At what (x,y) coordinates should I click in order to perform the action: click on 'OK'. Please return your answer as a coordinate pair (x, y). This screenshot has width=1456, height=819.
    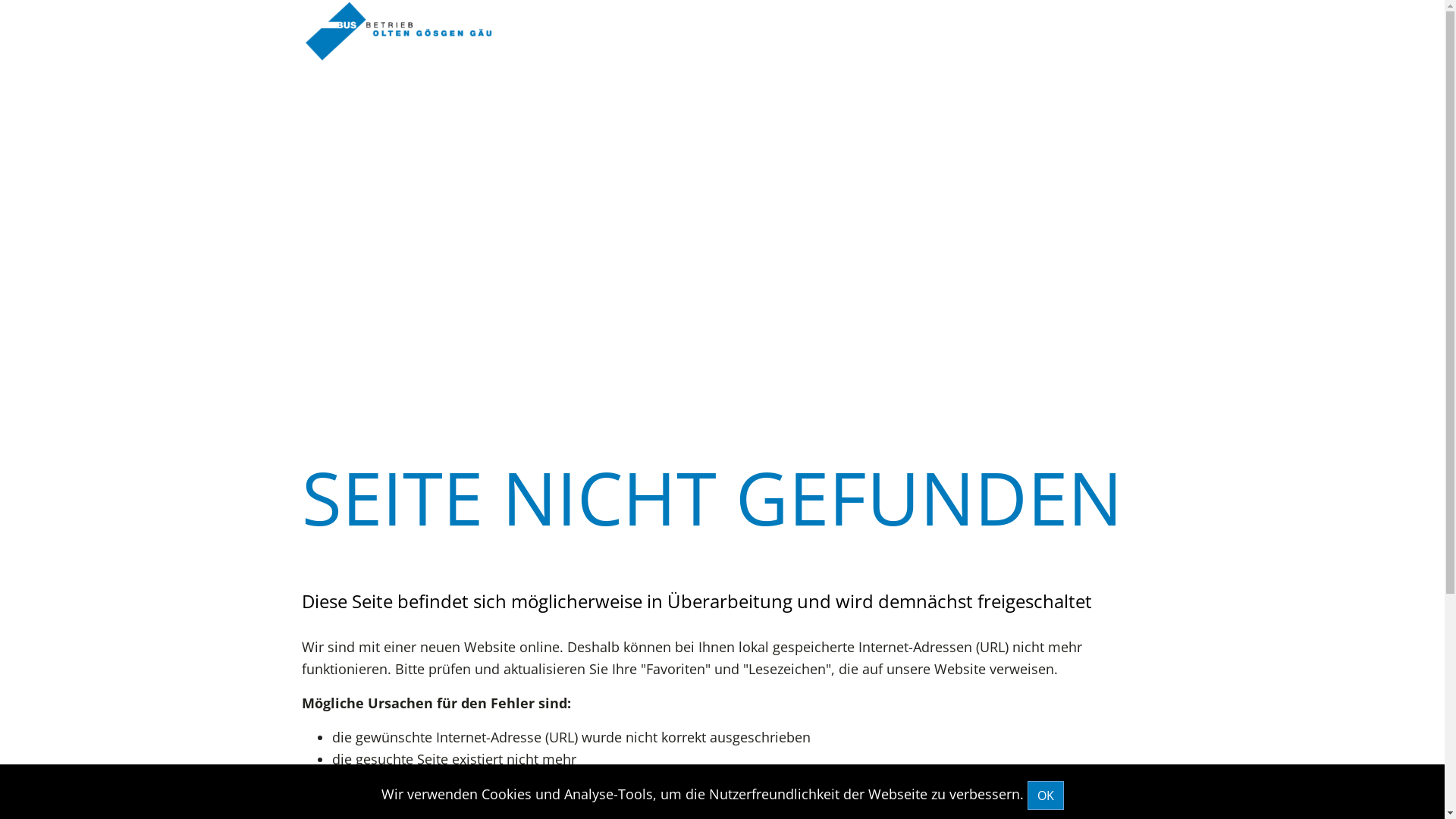
    Looking at the image, I should click on (1043, 795).